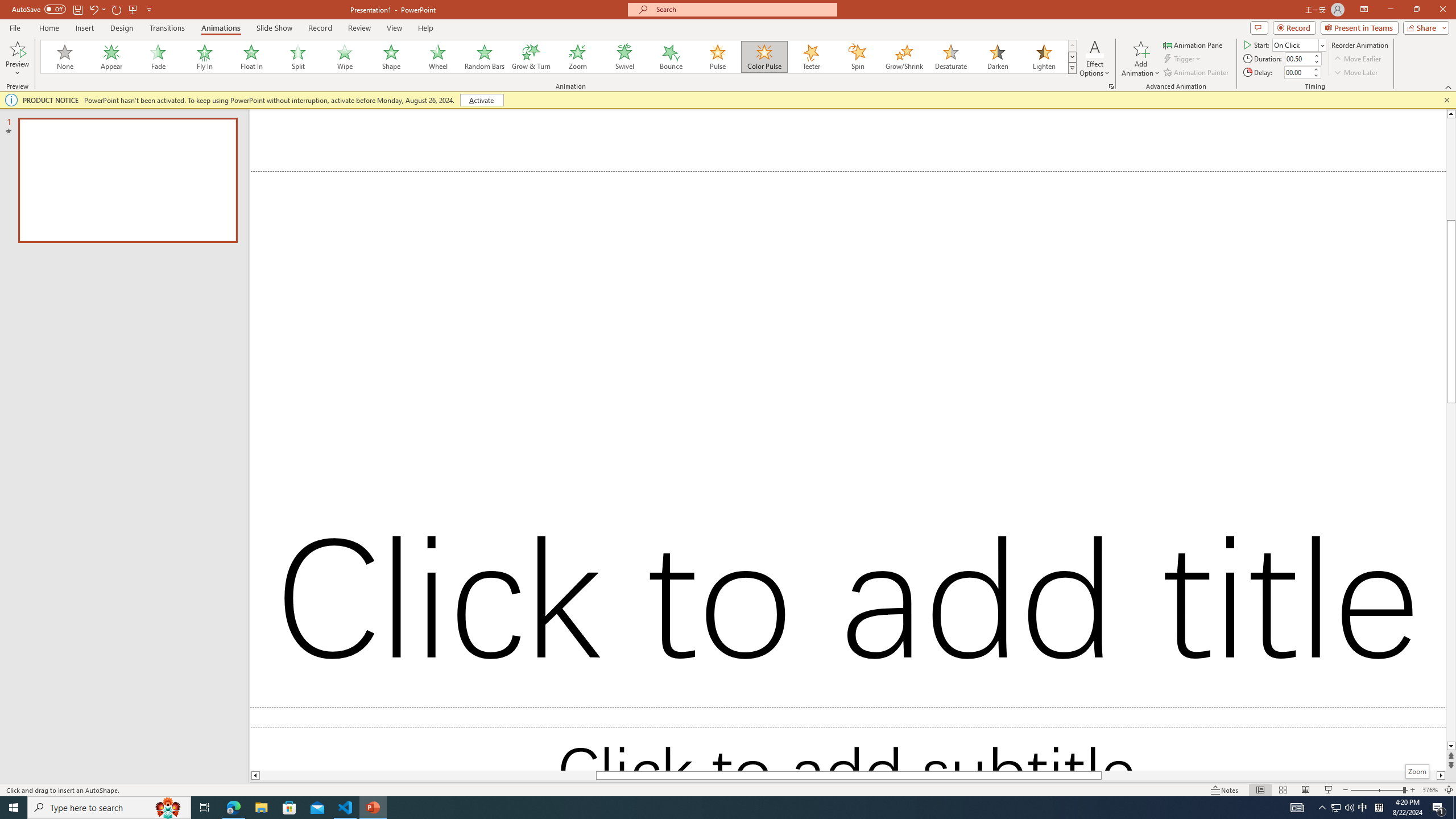  What do you see at coordinates (1446, 100) in the screenshot?
I see `'Close this message'` at bounding box center [1446, 100].